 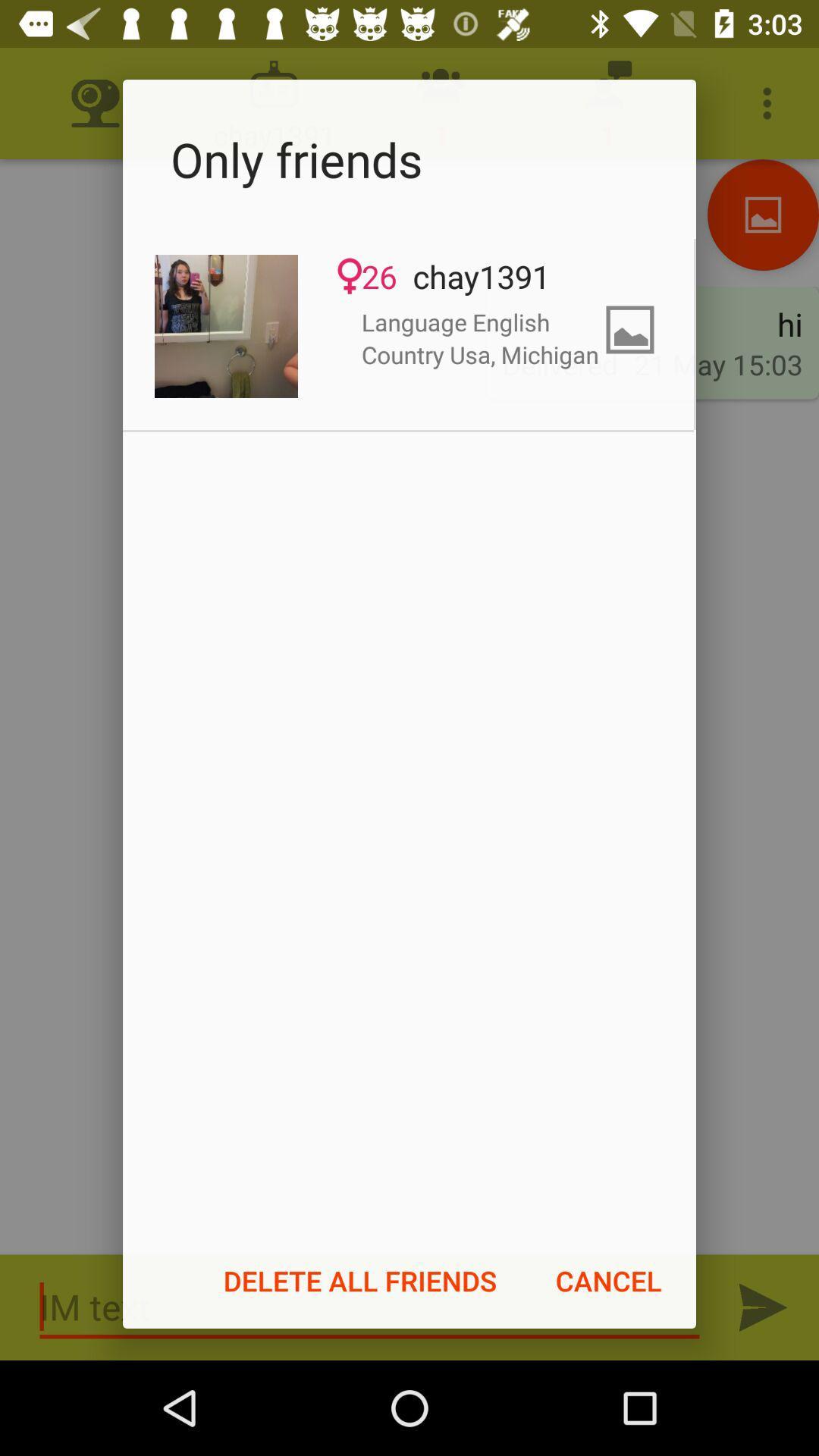 What do you see at coordinates (226, 325) in the screenshot?
I see `icon to the left of 26 item` at bounding box center [226, 325].